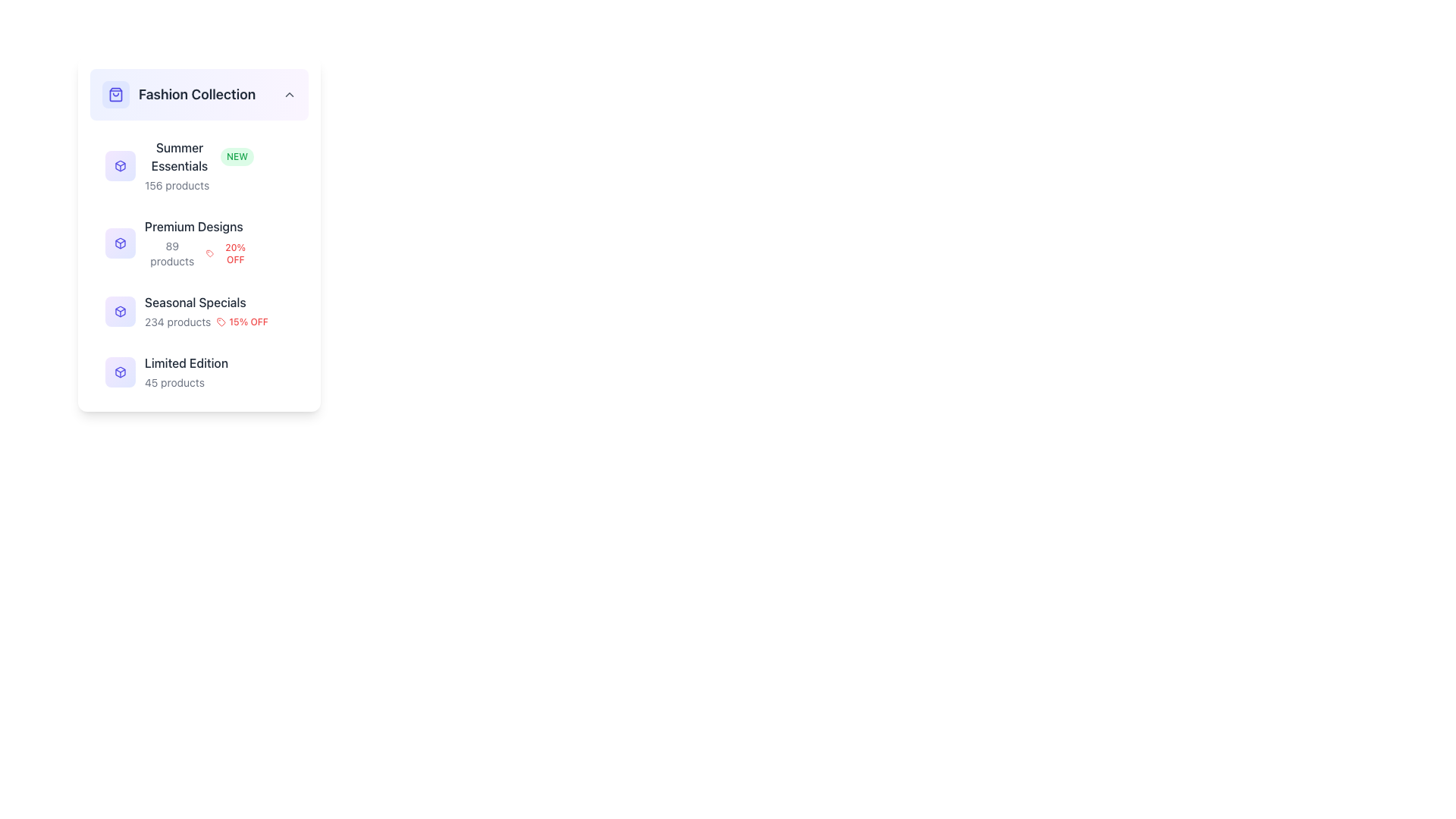 This screenshot has height=819, width=1456. I want to click on the small, square-shaped shopping bag icon with an indigo outline located at the top-left corner of the 'Fashion Collection' card, so click(115, 94).